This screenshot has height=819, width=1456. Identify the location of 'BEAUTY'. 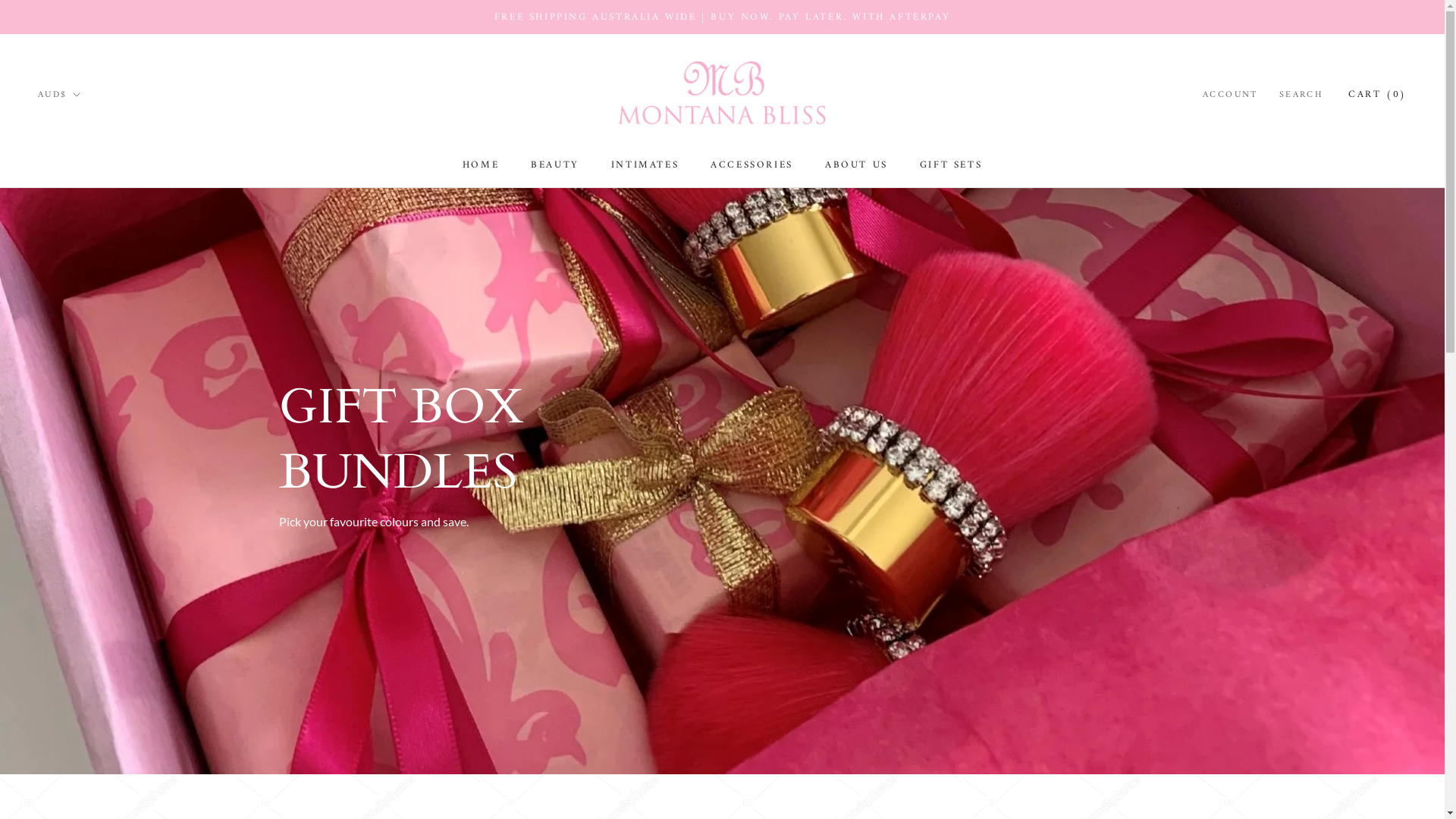
(554, 165).